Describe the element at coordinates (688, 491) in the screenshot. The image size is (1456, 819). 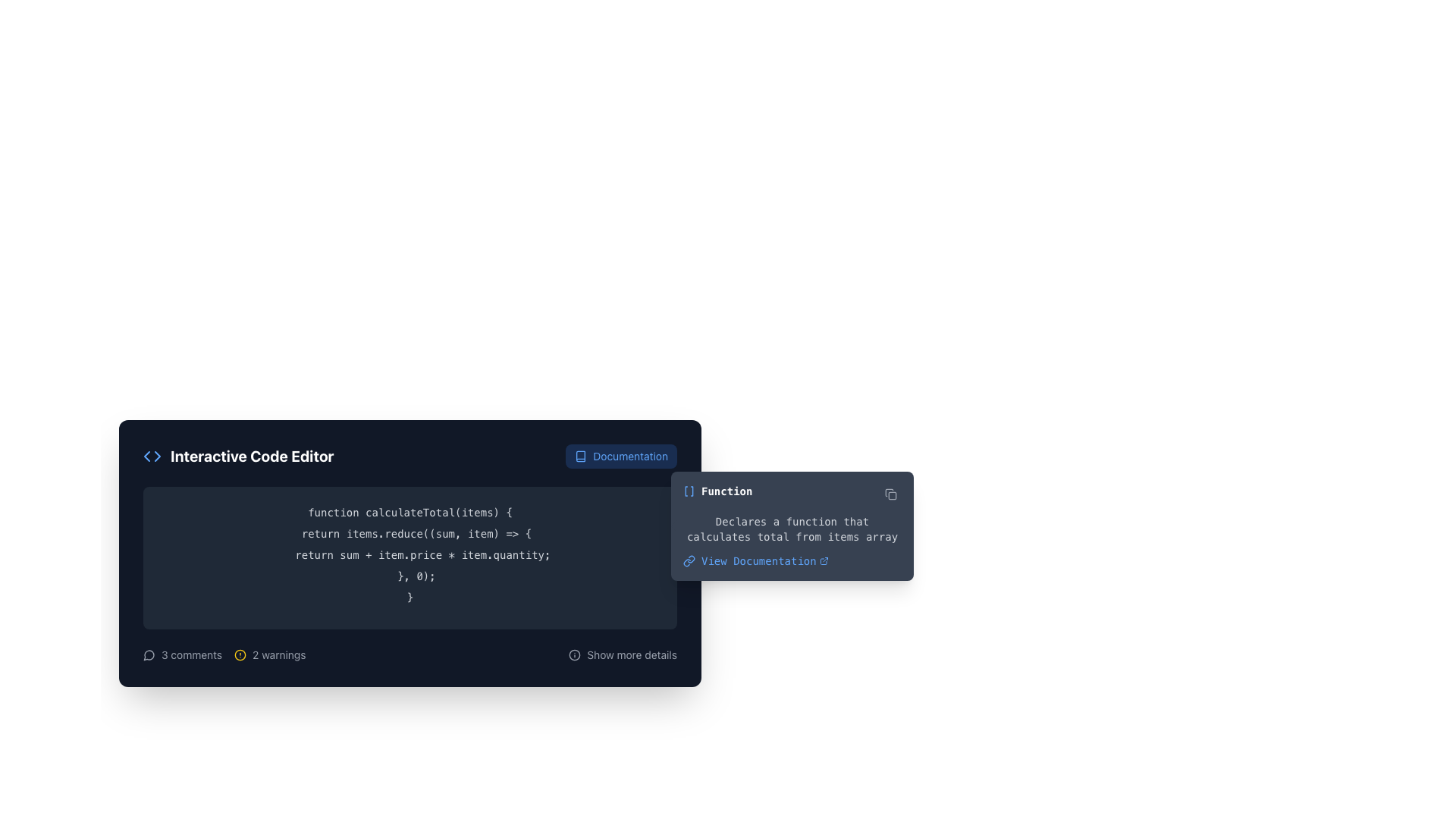
I see `the SVG icon related to the 'Function' text to focus on the associated functionality` at that location.